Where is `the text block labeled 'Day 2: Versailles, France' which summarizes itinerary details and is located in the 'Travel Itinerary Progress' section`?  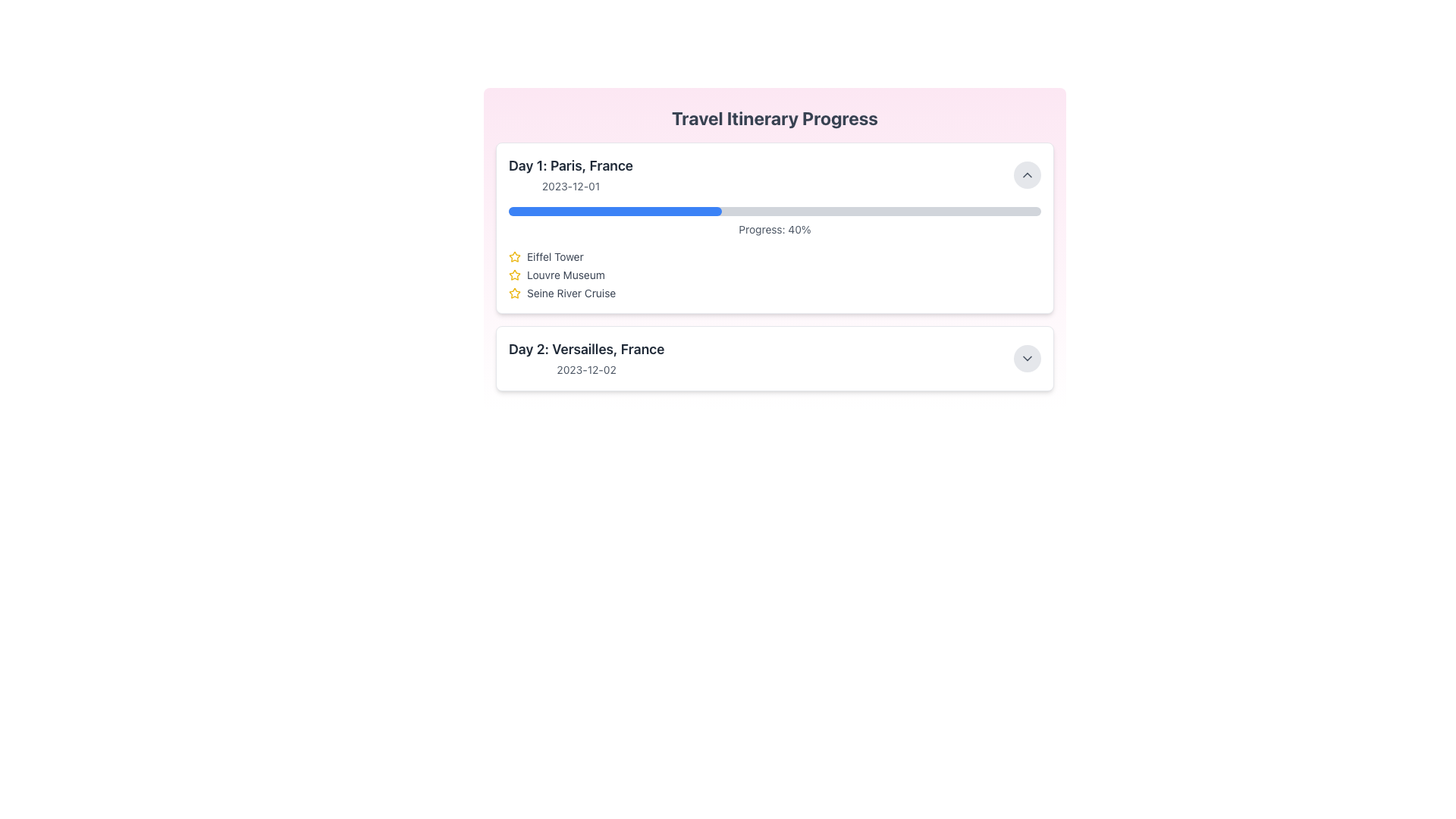
the text block labeled 'Day 2: Versailles, France' which summarizes itinerary details and is located in the 'Travel Itinerary Progress' section is located at coordinates (585, 359).